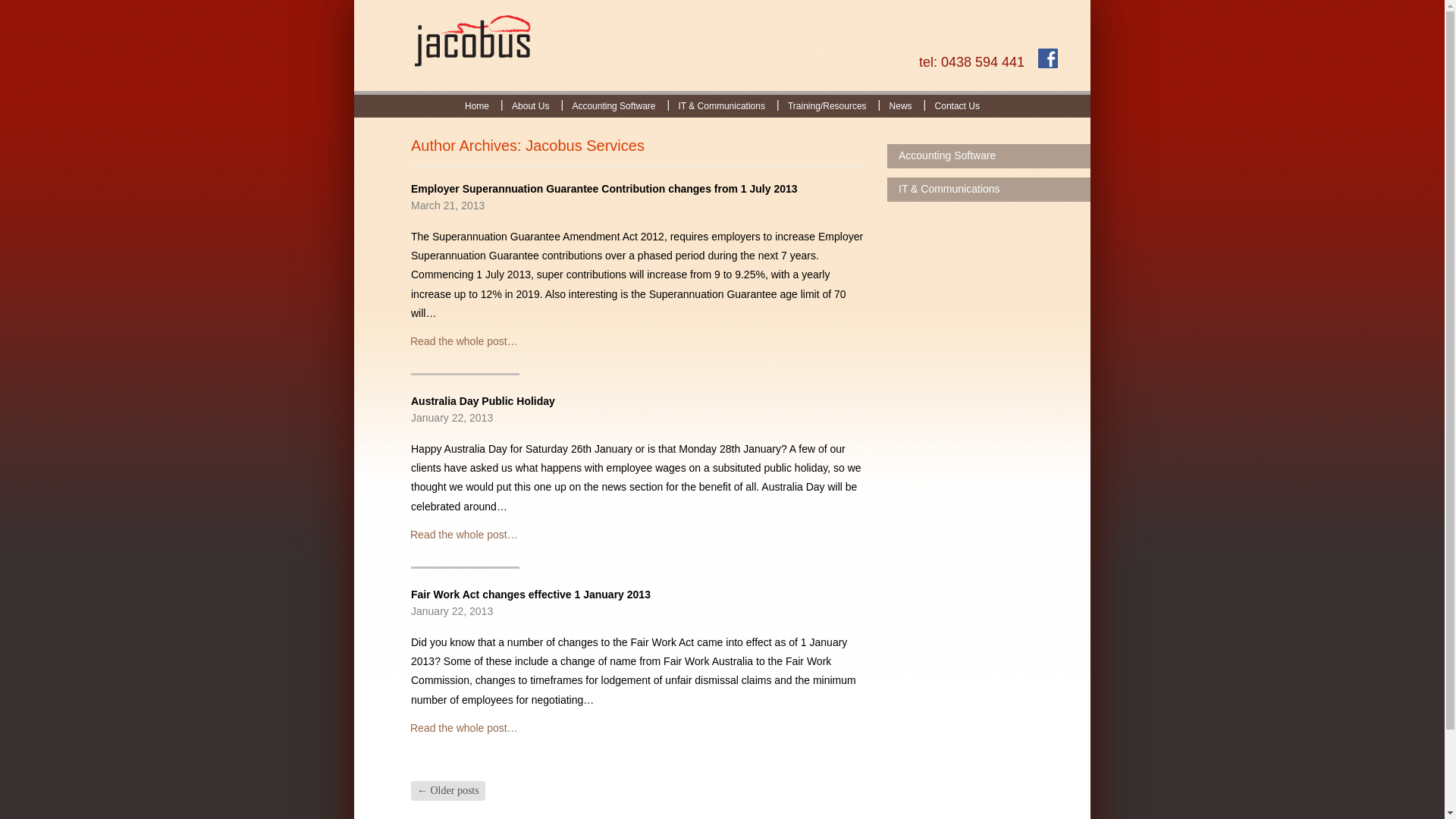  I want to click on 'News', so click(877, 105).